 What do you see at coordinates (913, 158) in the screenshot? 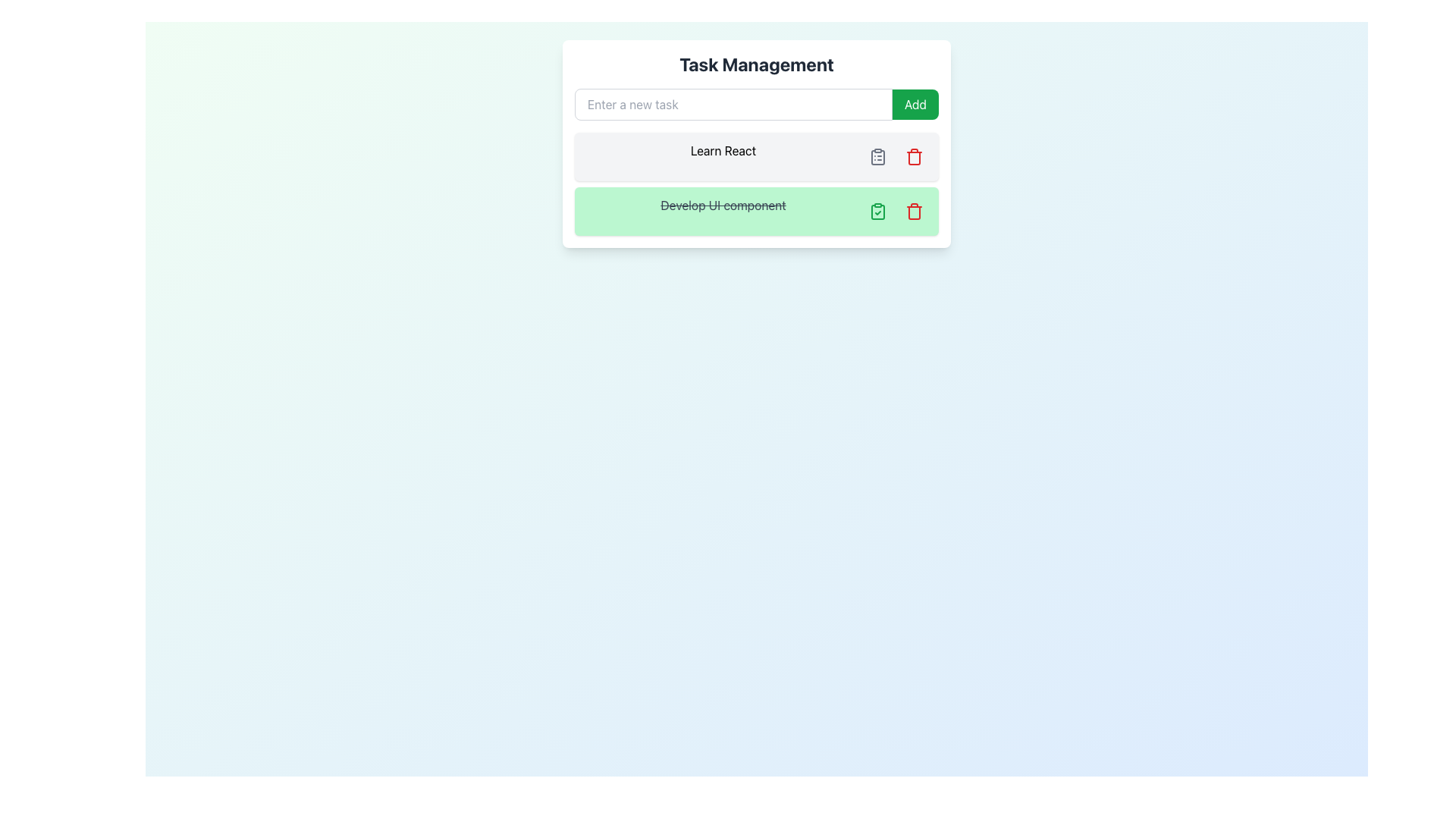
I see `the delete icon located in the rightmost section of the second task item titled 'Develop UI component'` at bounding box center [913, 158].